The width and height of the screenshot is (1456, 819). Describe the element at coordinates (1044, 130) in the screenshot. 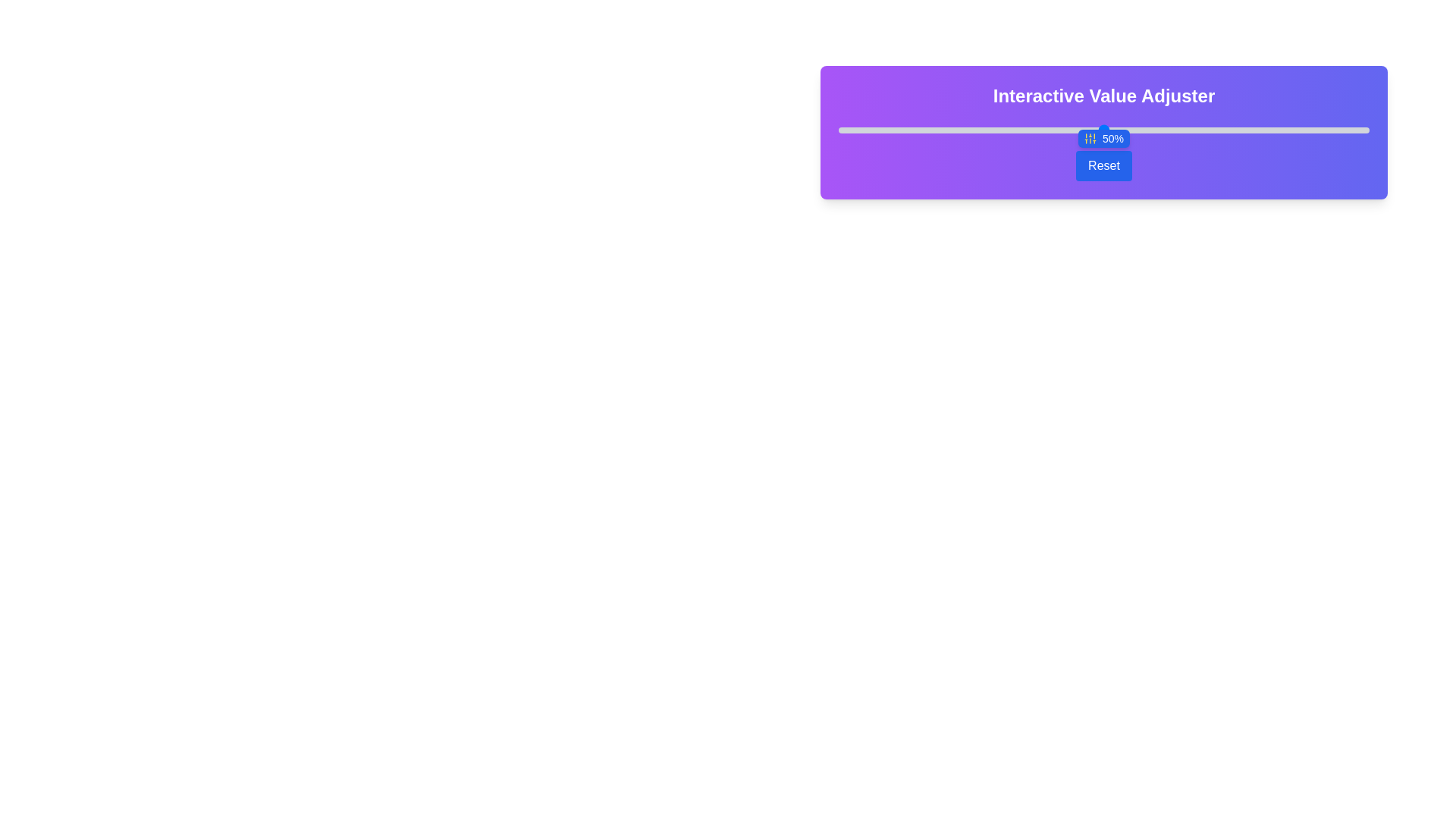

I see `the slider value` at that location.